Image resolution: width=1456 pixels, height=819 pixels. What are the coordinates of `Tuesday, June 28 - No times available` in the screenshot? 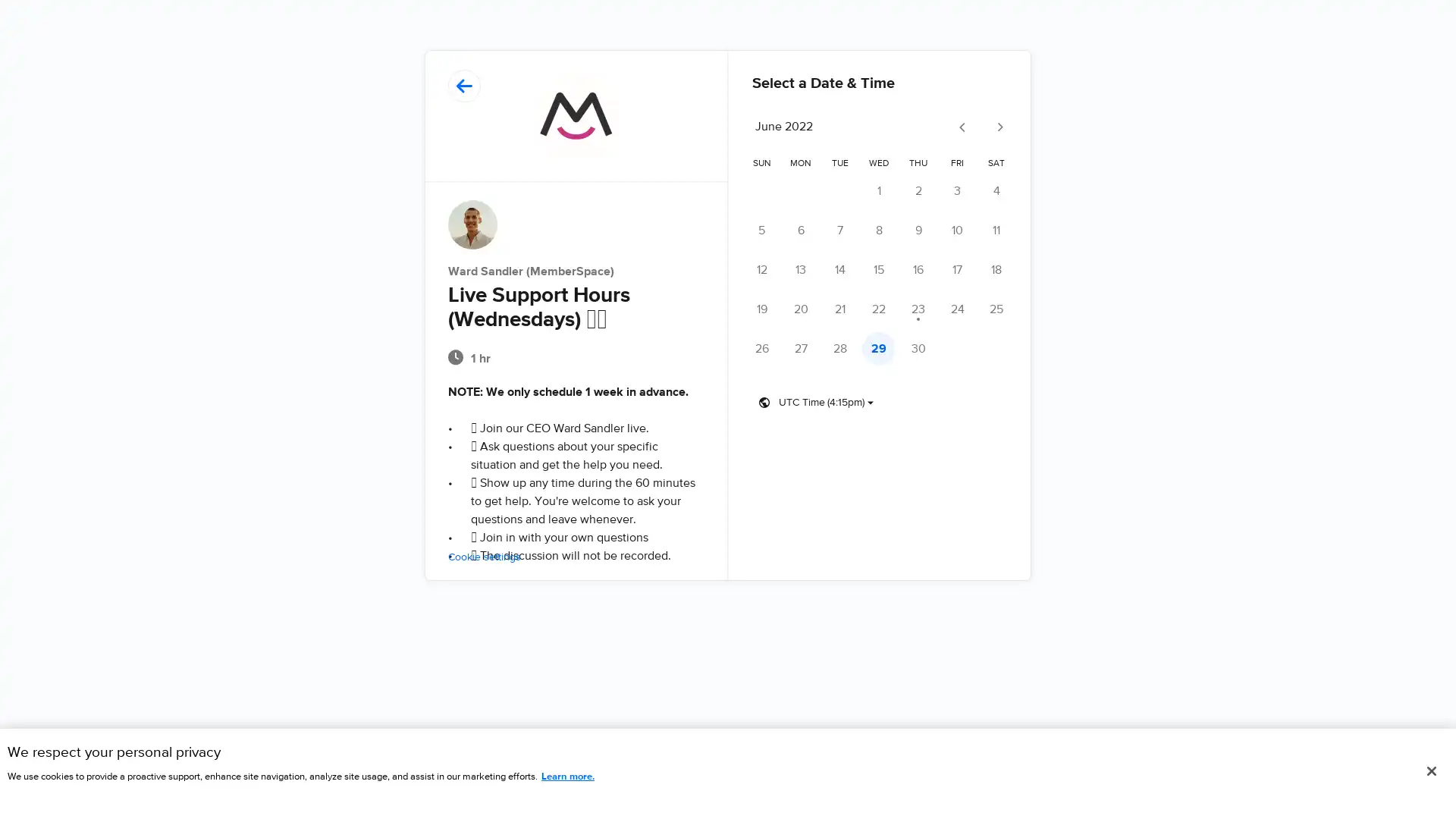 It's located at (839, 348).